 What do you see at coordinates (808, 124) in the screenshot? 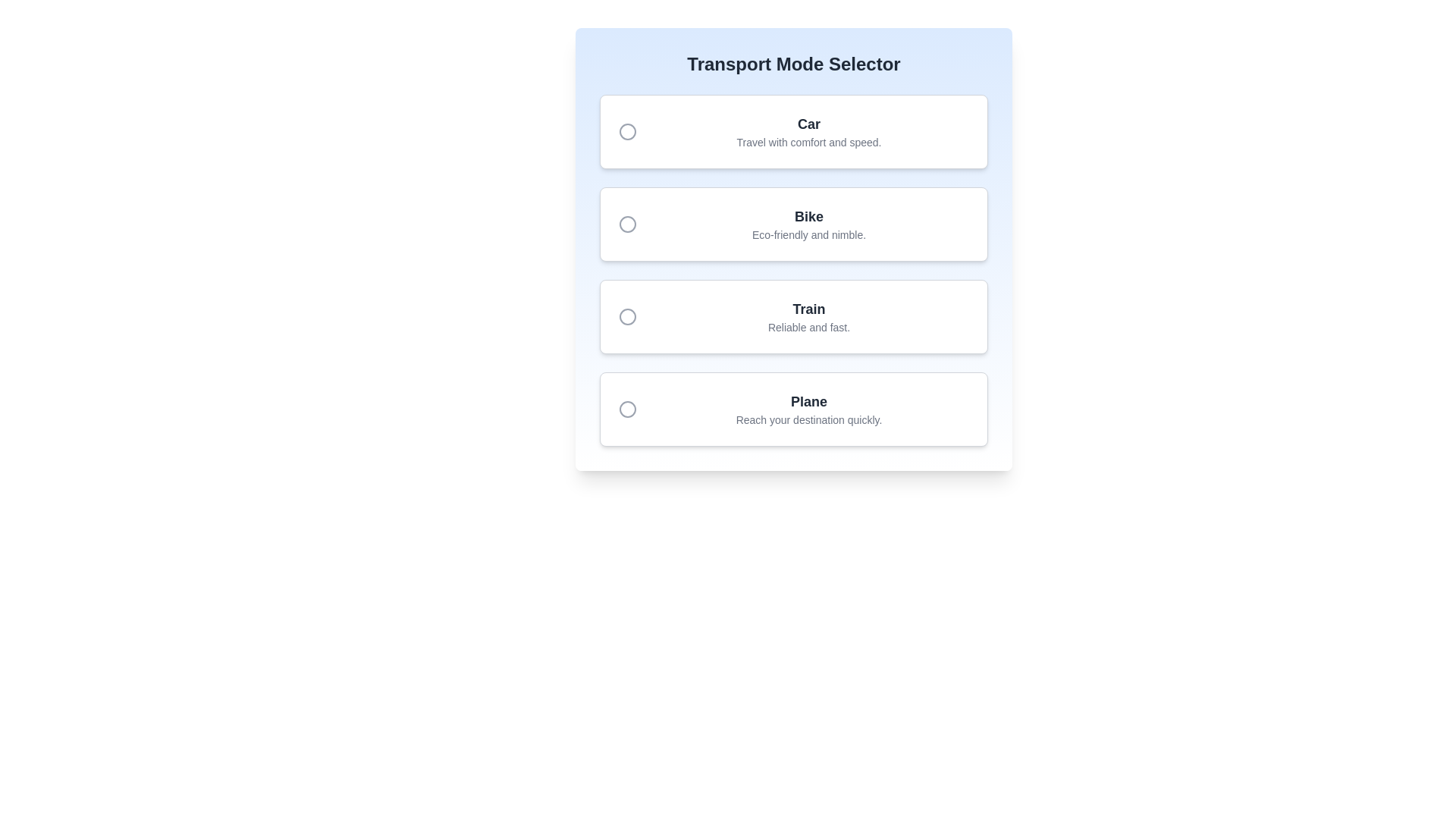
I see `the text label displaying 'Car' in bold, dark gray font, located at the top of the transport type selection box, centered above the description 'Travel with comfort and speed.'` at bounding box center [808, 124].